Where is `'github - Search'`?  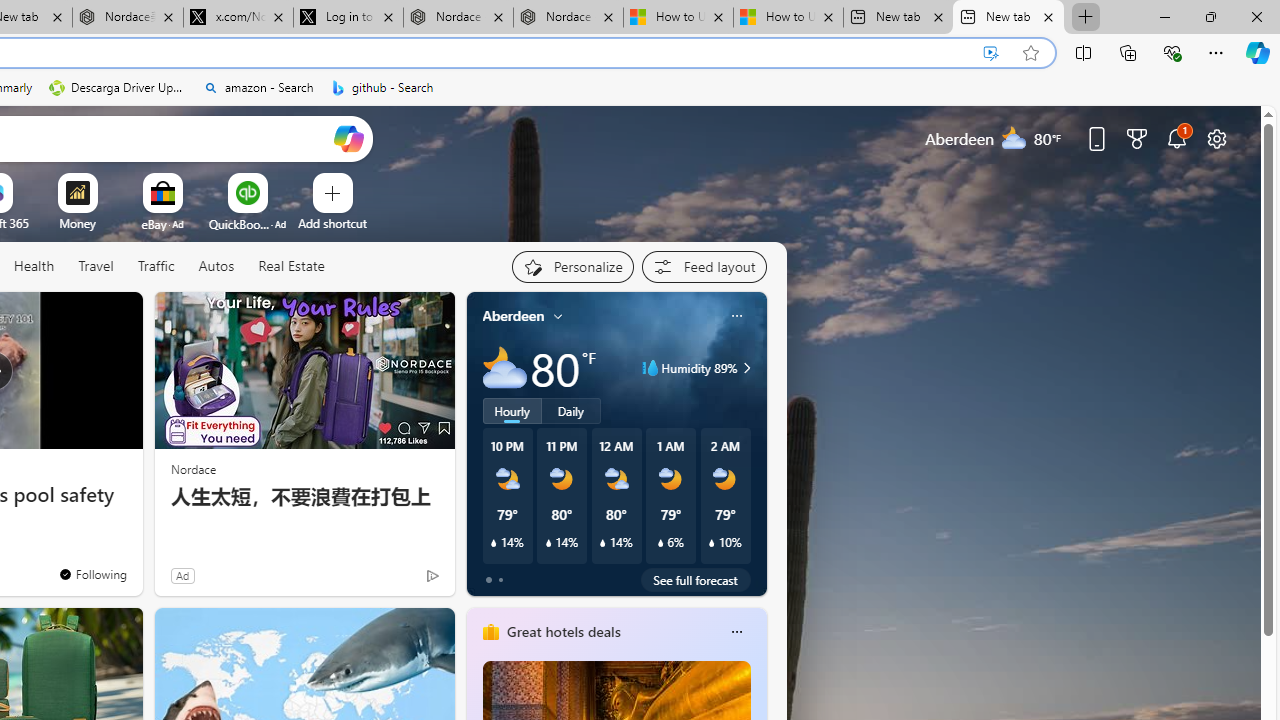
'github - Search' is located at coordinates (382, 87).